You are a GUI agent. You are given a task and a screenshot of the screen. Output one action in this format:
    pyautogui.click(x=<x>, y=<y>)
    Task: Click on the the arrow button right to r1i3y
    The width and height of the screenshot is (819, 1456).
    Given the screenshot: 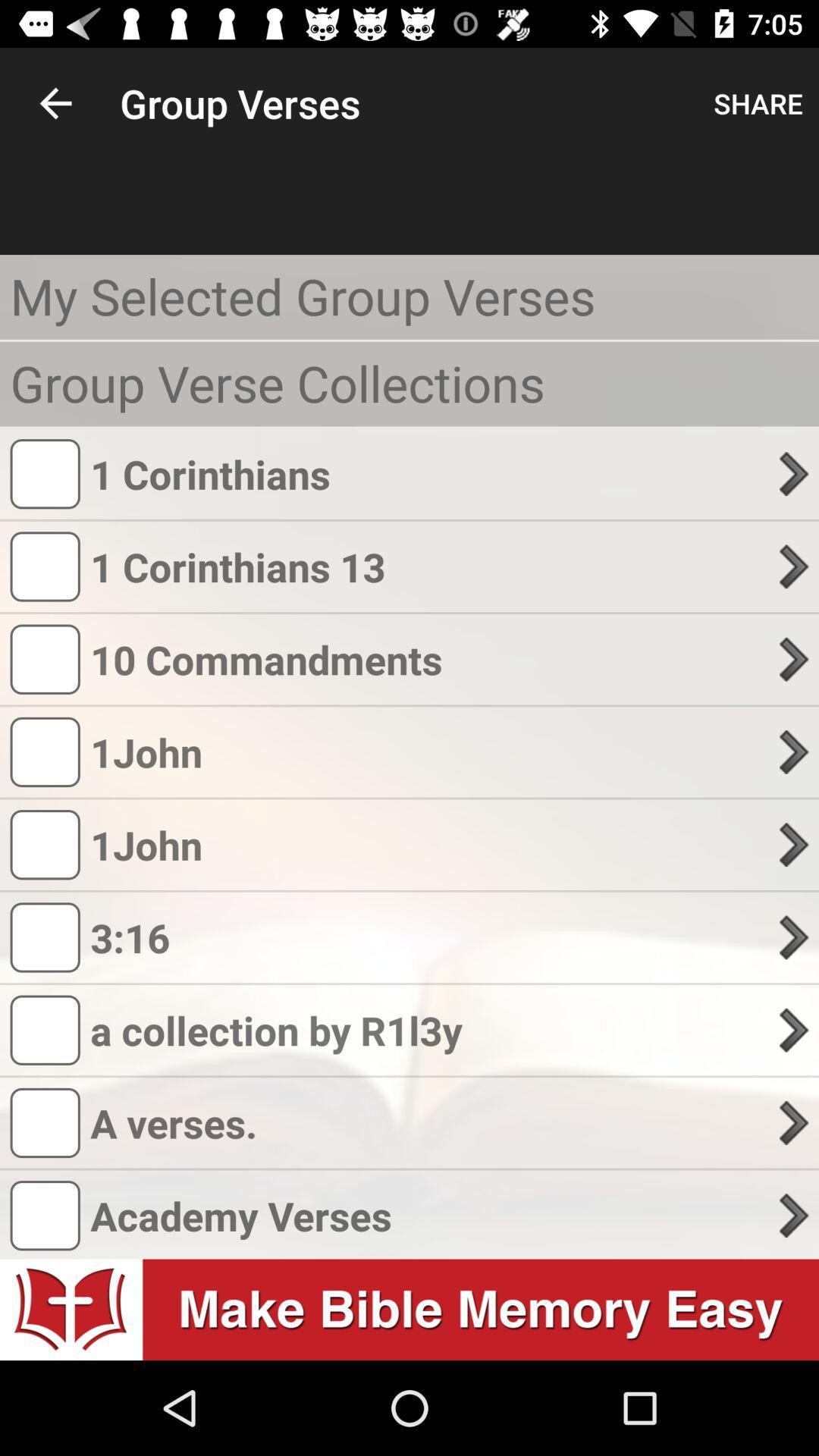 What is the action you would take?
    pyautogui.click(x=793, y=1030)
    